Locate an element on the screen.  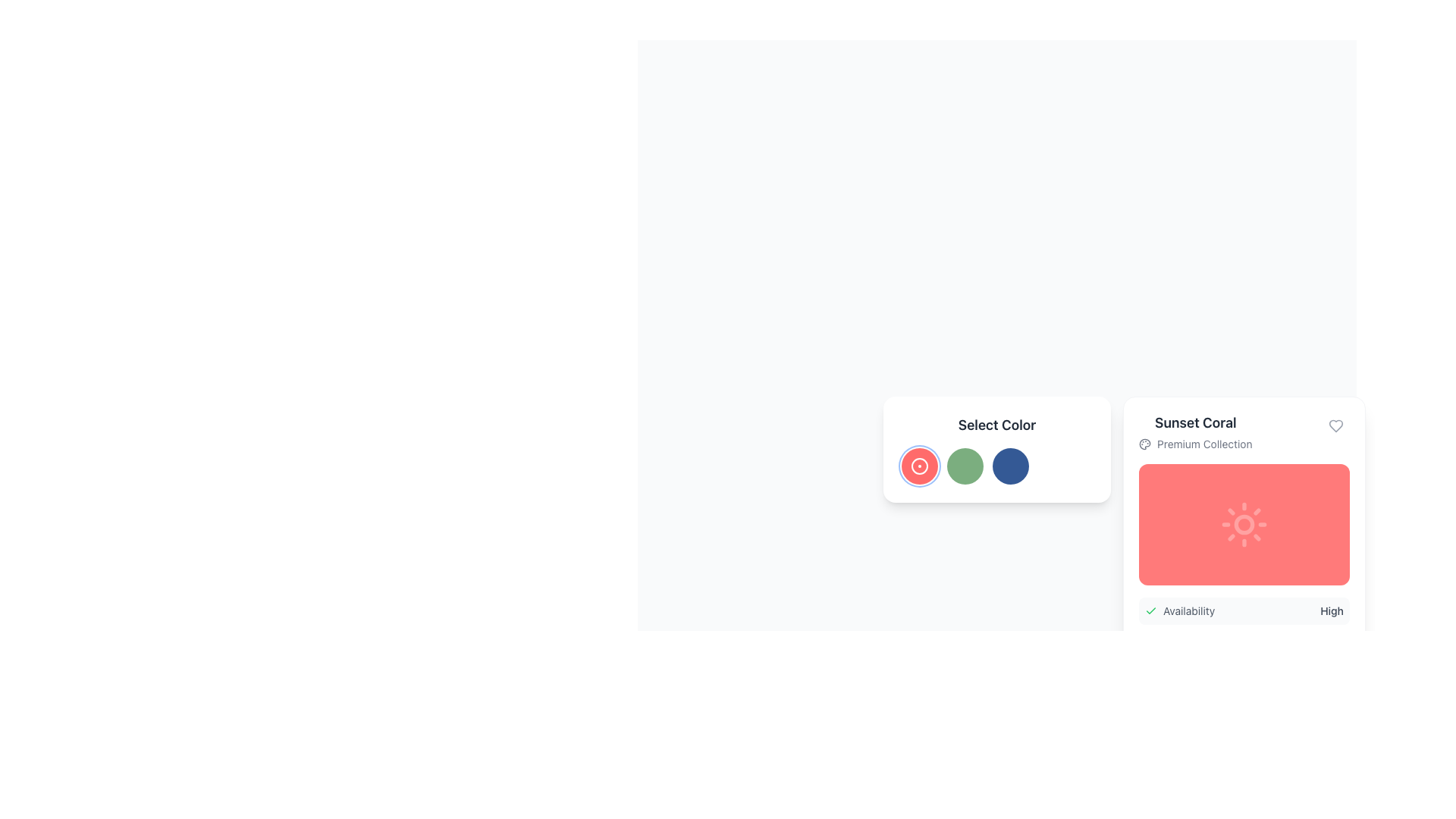
the visual representation of the circular red icon centered within the sunburst icon on the 'Sunset Coral' card, located to the right of the 'Select Color' panel is located at coordinates (1244, 523).